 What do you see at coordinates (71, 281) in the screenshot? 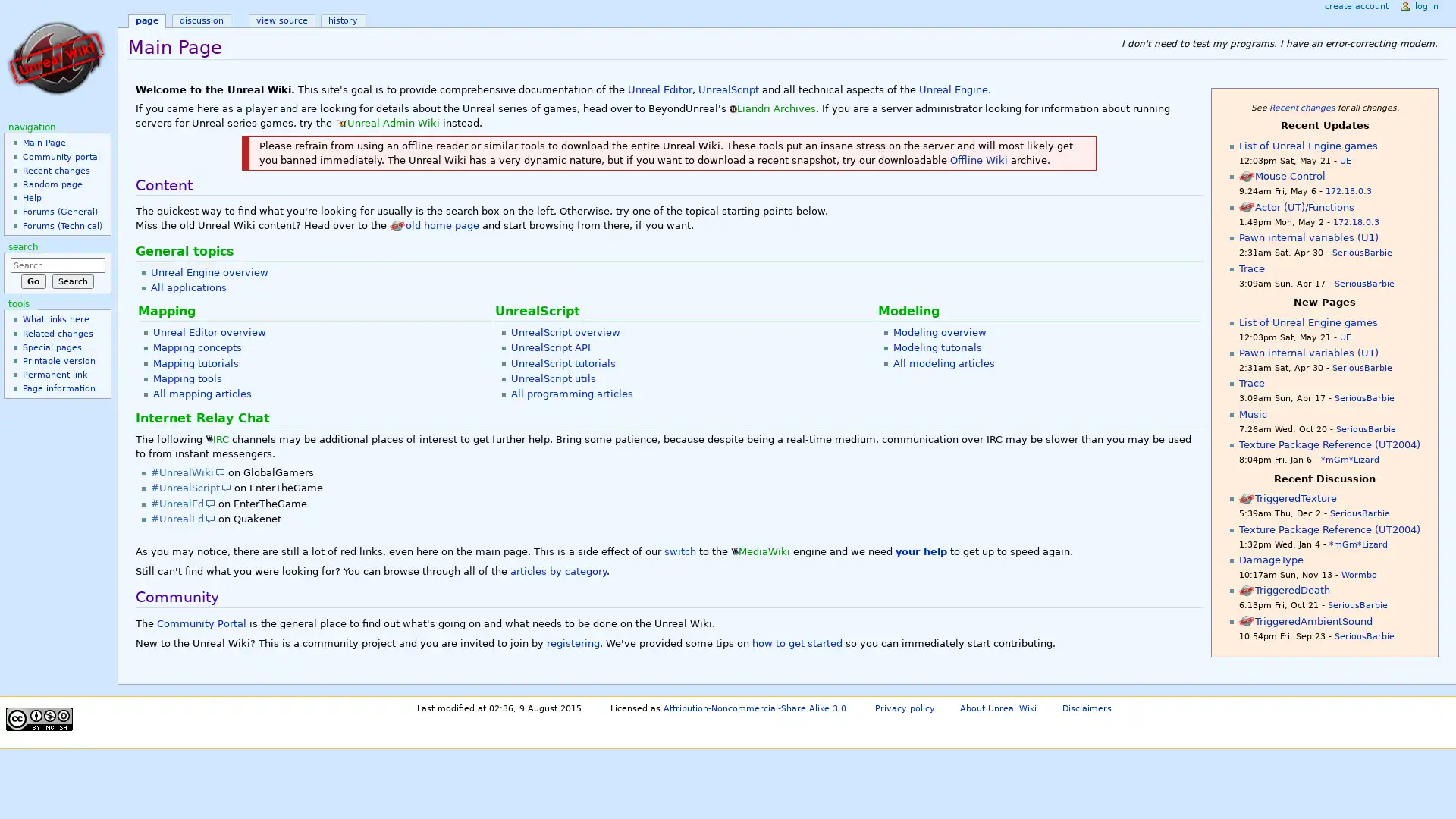
I see `Search` at bounding box center [71, 281].